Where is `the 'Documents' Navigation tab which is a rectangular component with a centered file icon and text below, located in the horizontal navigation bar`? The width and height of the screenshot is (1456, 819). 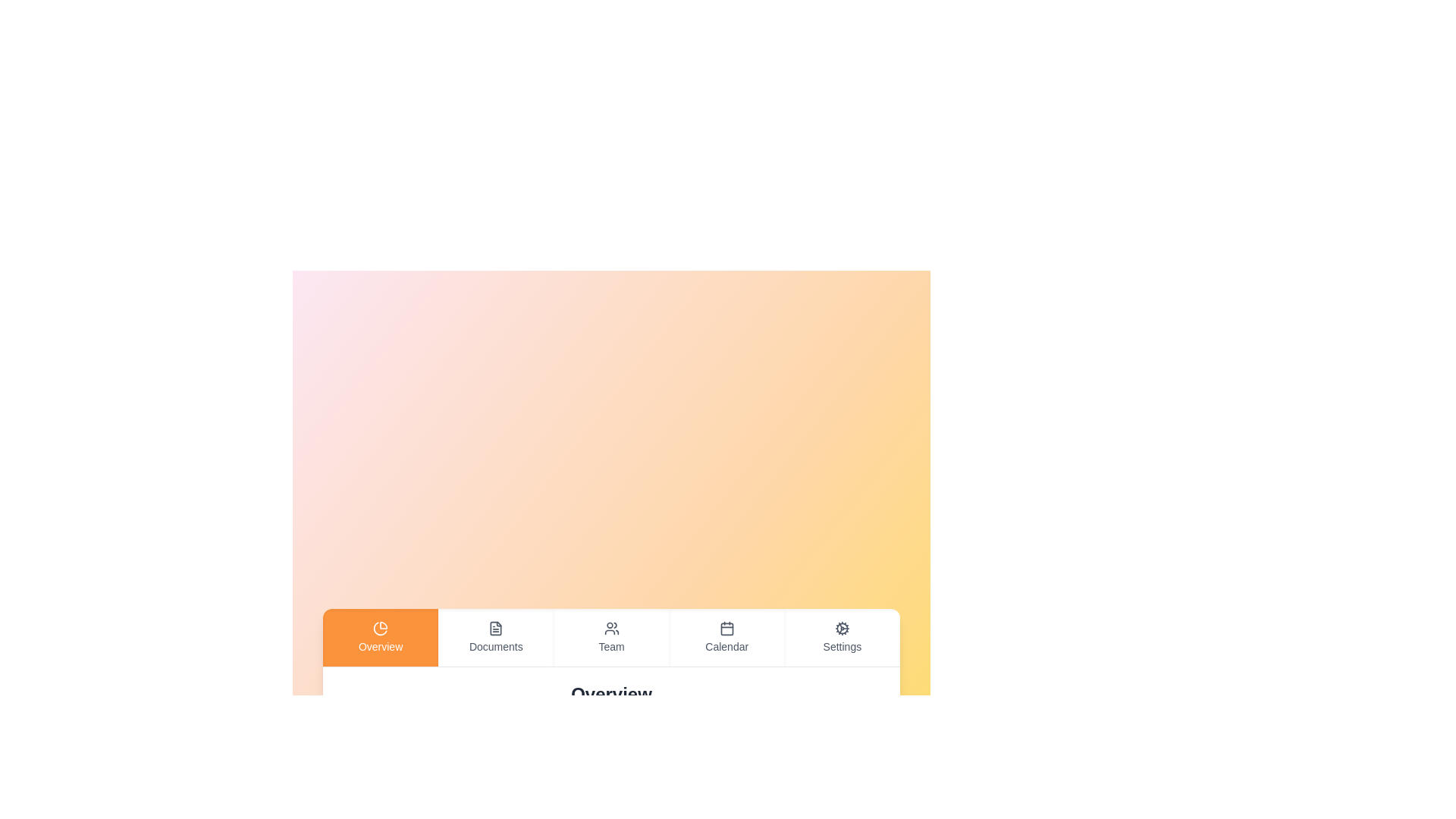 the 'Documents' Navigation tab which is a rectangular component with a centered file icon and text below, located in the horizontal navigation bar is located at coordinates (495, 637).